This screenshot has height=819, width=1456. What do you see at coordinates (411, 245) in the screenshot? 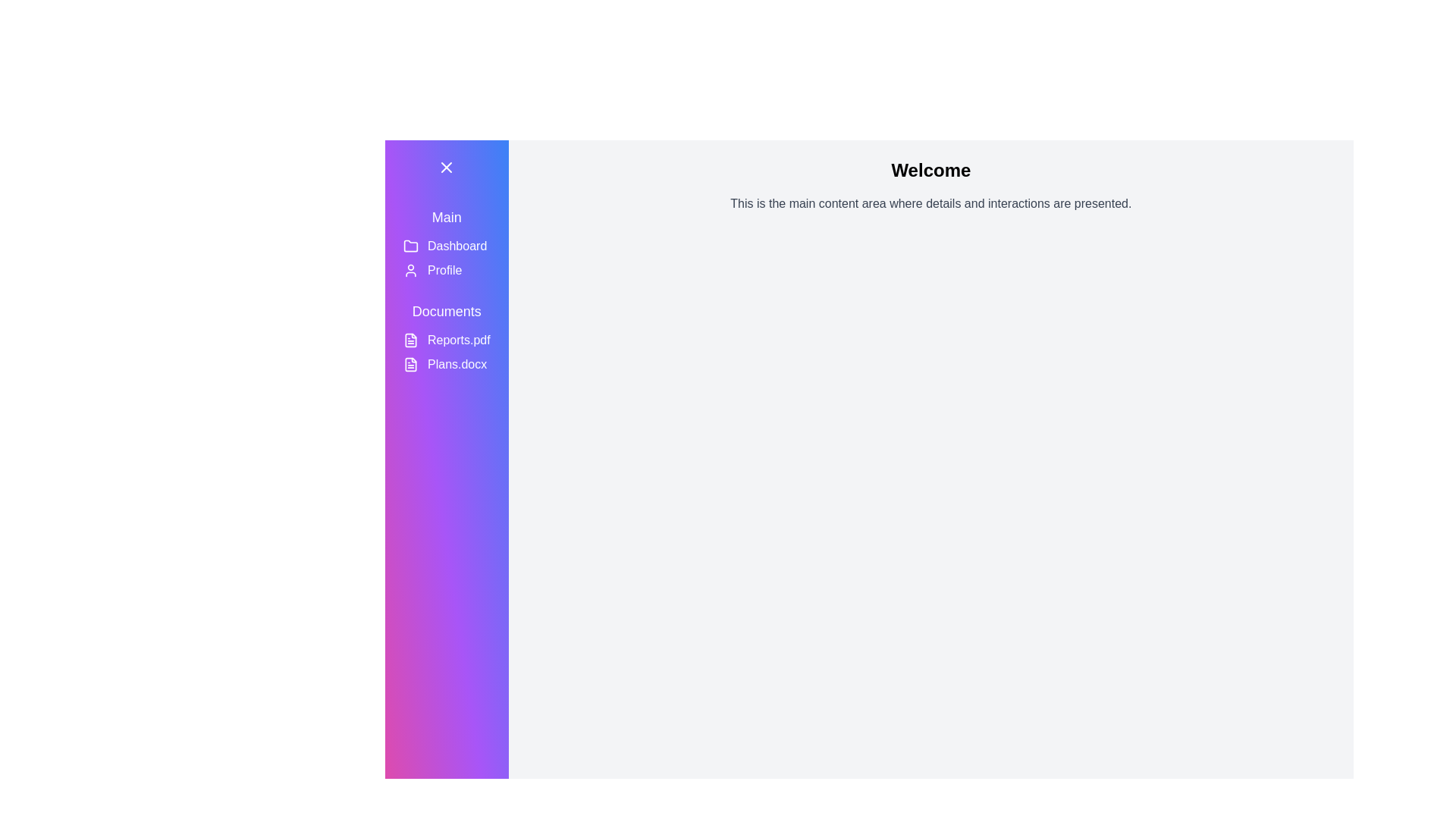
I see `the folder icon with a yellow outline located in the sidebar menu next to the 'Dashboard' text` at bounding box center [411, 245].